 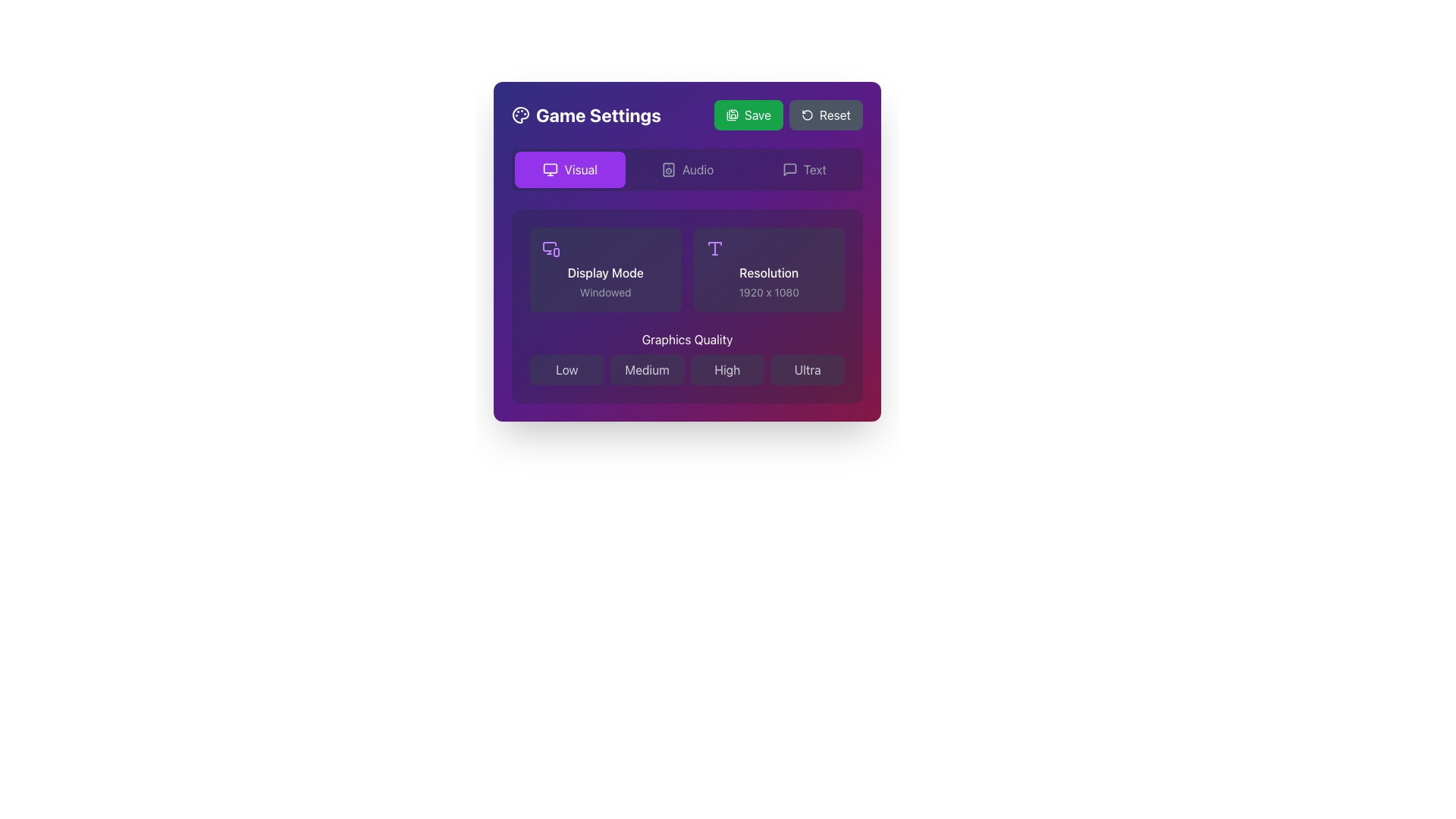 What do you see at coordinates (748, 114) in the screenshot?
I see `the 'Save' button with a green background and a floppy disk icon, located in the top-right corner of the 'Game Settings' card` at bounding box center [748, 114].